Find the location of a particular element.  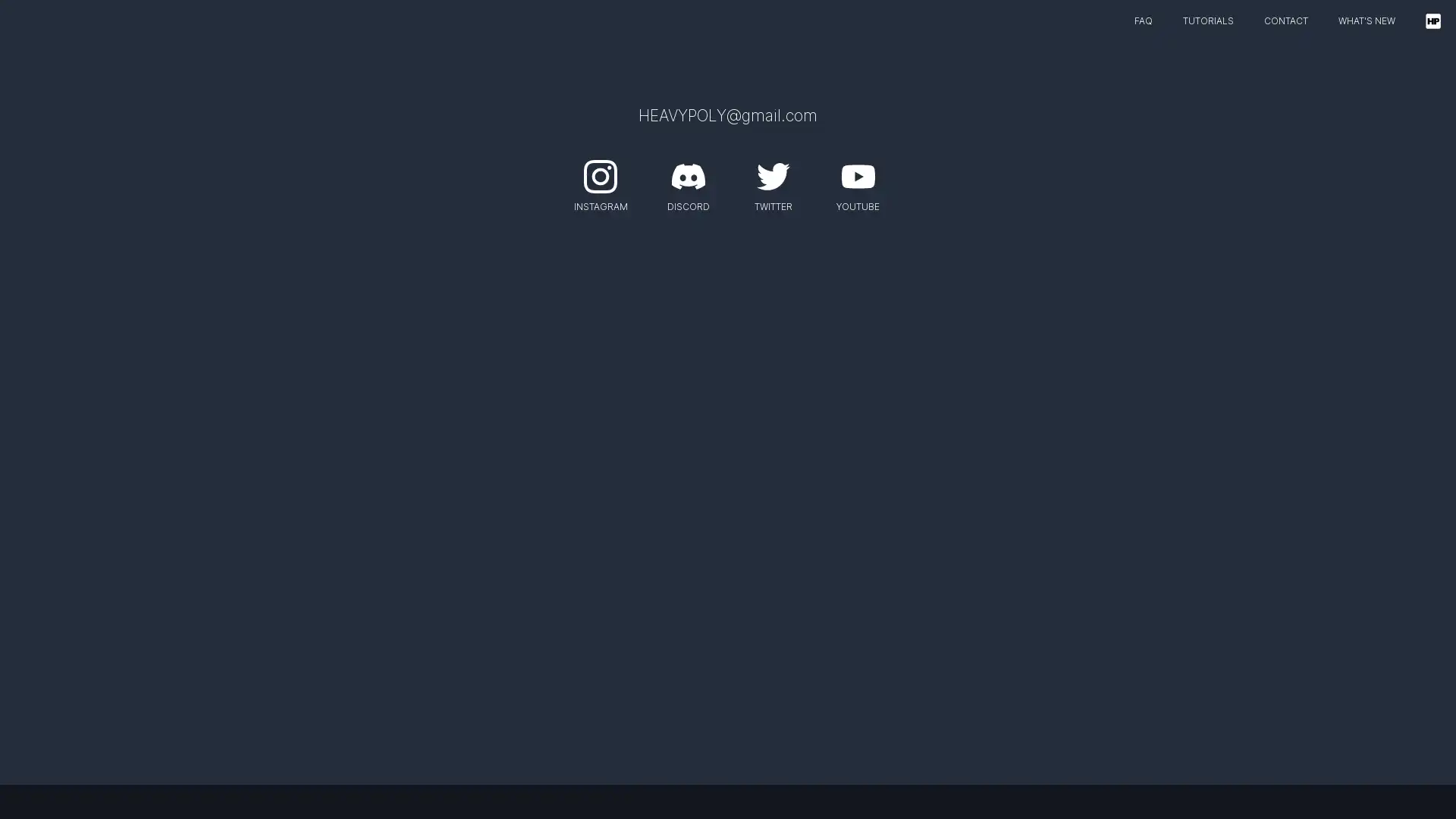

INSTAGRAM is located at coordinates (599, 181).